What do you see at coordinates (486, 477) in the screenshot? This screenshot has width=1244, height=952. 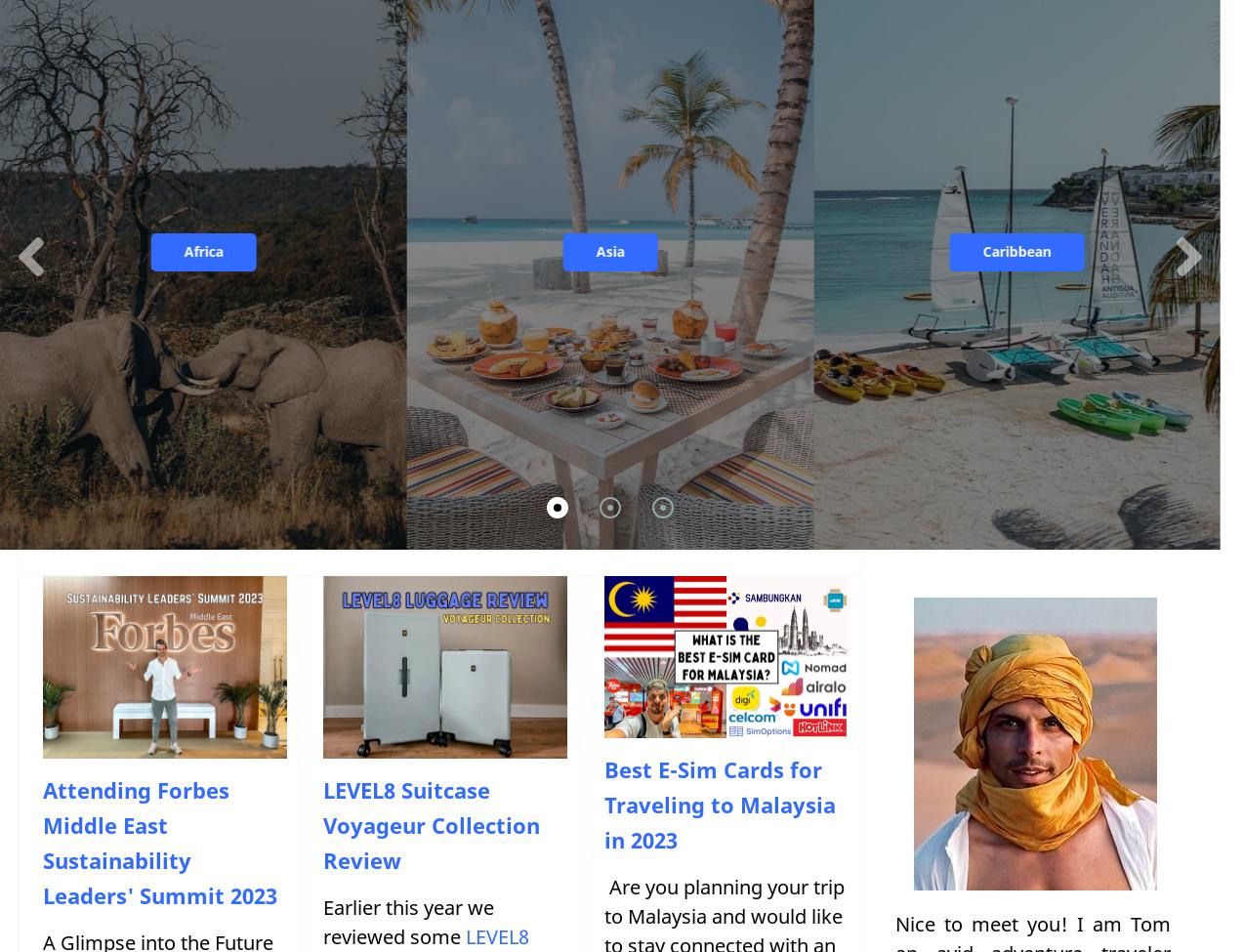 I see `'Switzerland'` at bounding box center [486, 477].